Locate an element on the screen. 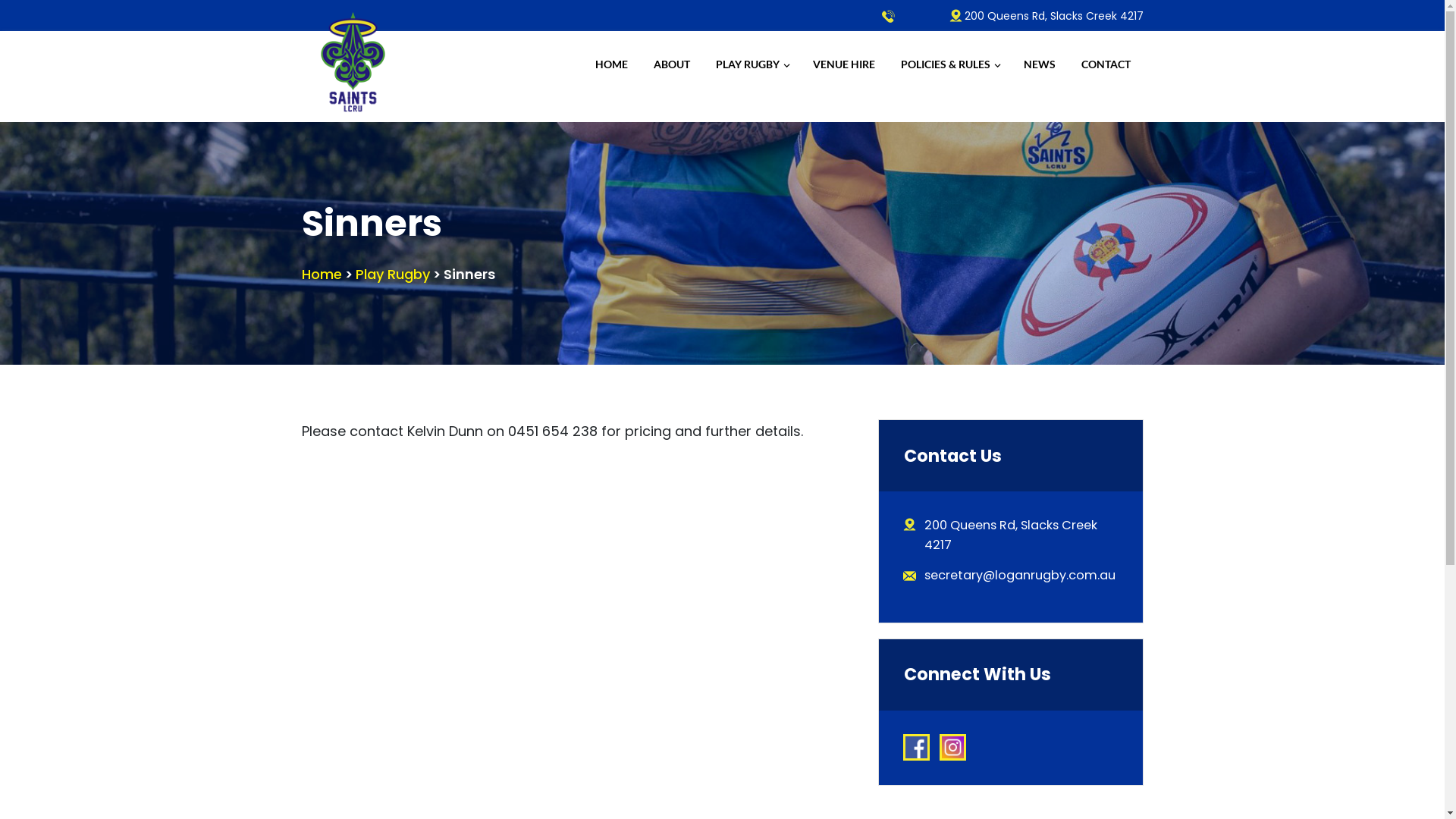  'PLAY RUGBY' is located at coordinates (750, 63).